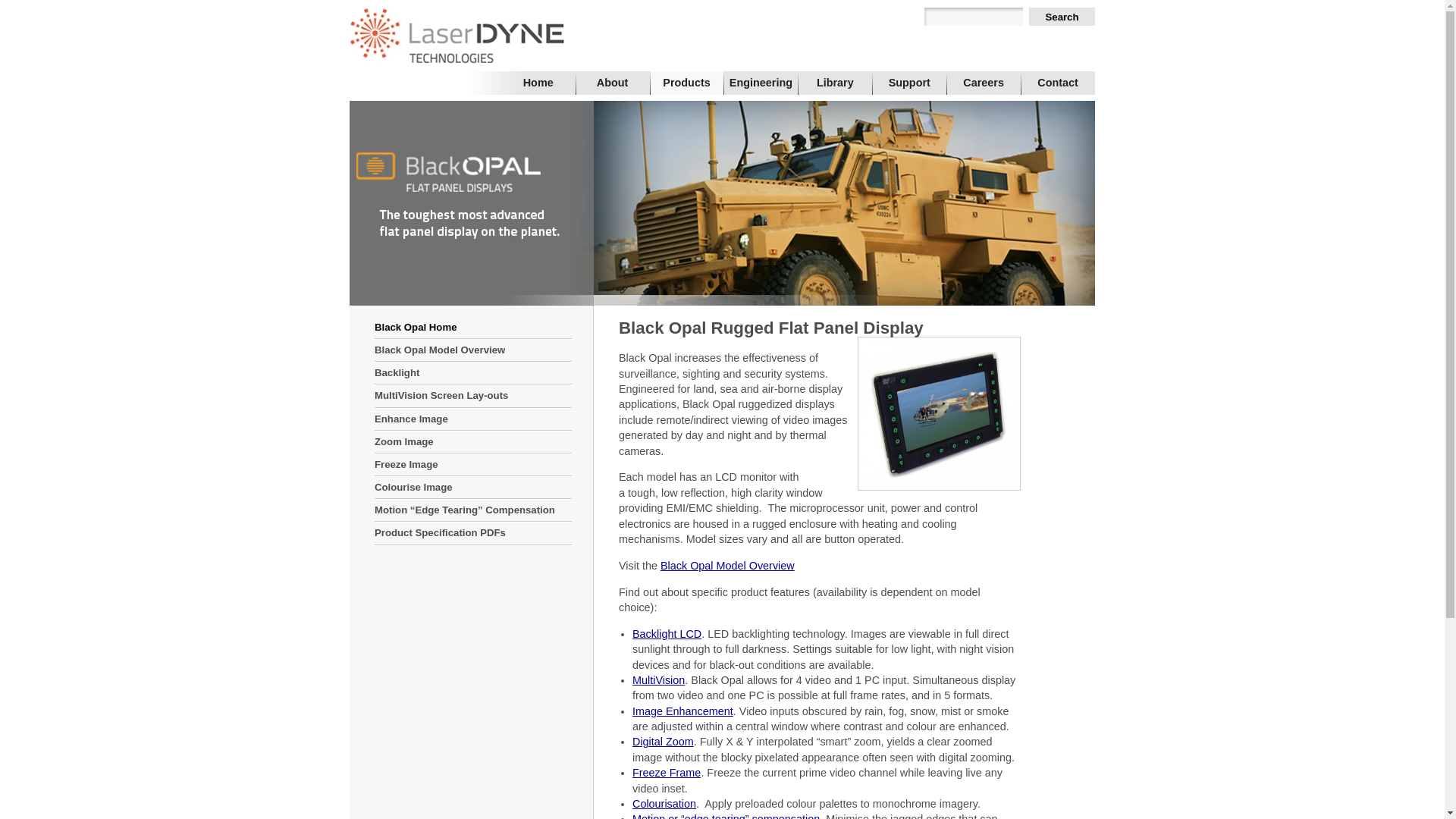 Image resolution: width=1456 pixels, height=819 pixels. What do you see at coordinates (612, 83) in the screenshot?
I see `'About'` at bounding box center [612, 83].